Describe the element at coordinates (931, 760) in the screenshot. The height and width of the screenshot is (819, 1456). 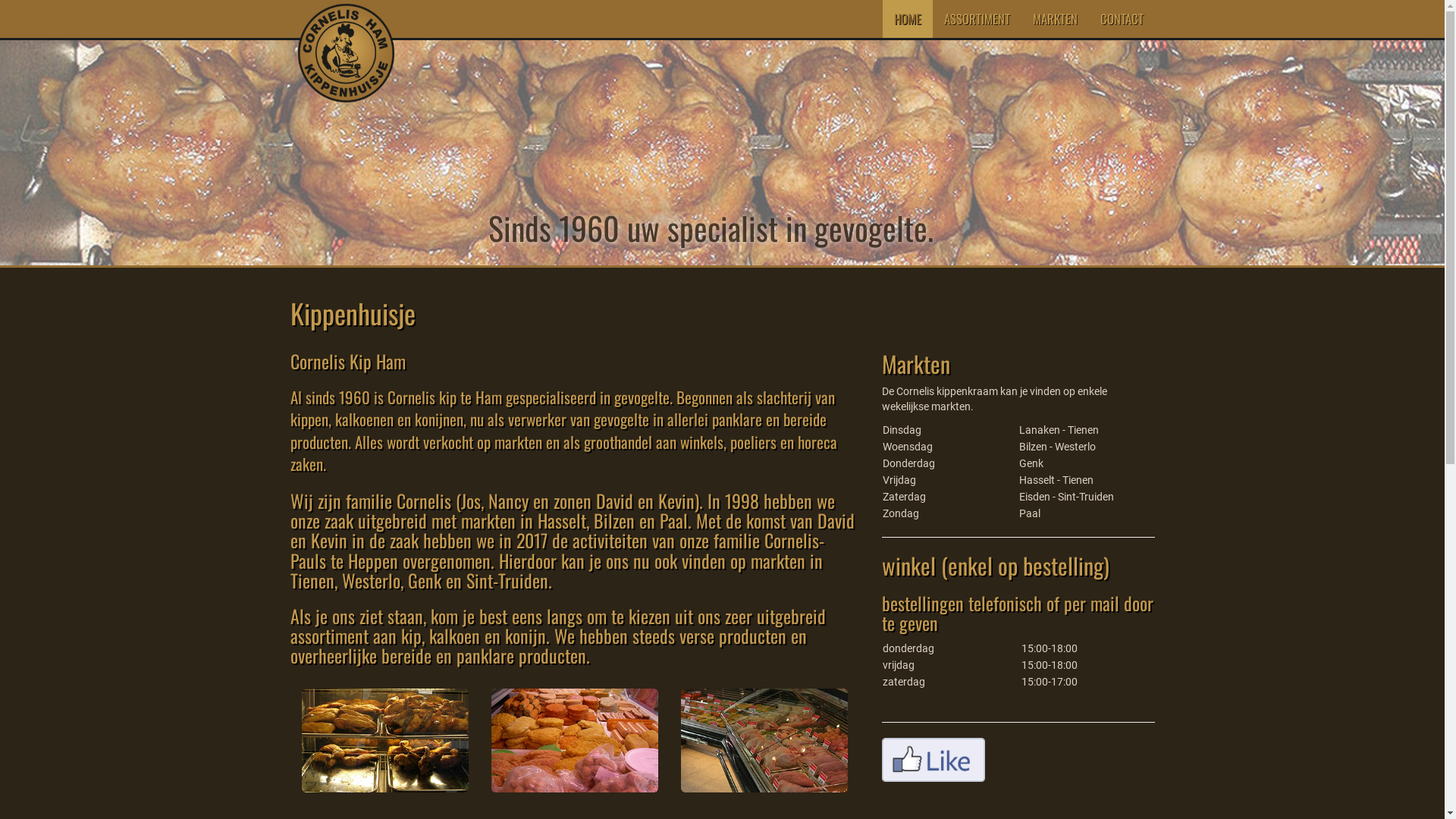
I see `'facebook like'` at that location.